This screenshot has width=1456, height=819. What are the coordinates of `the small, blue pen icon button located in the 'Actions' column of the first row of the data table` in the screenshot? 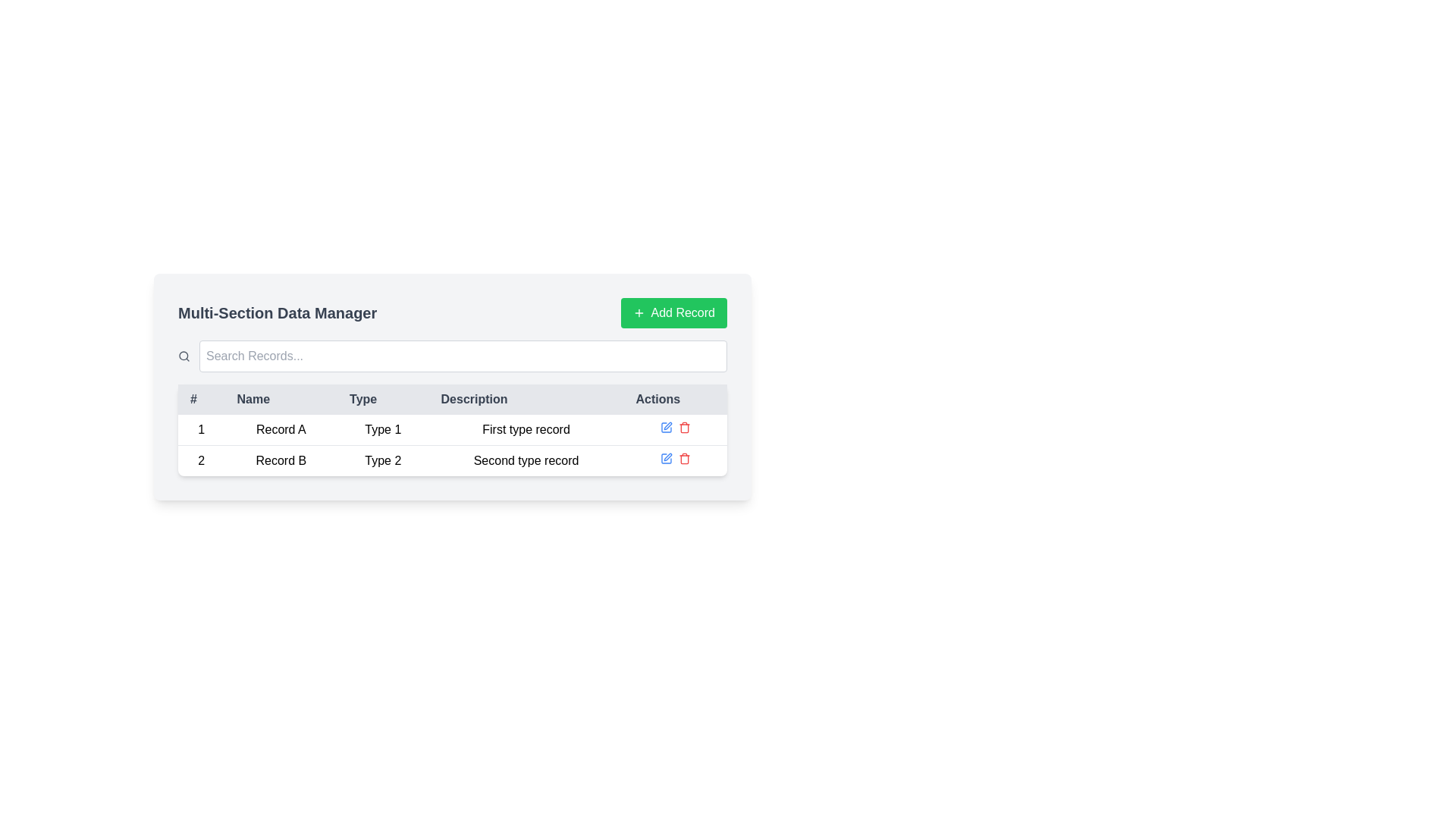 It's located at (666, 458).